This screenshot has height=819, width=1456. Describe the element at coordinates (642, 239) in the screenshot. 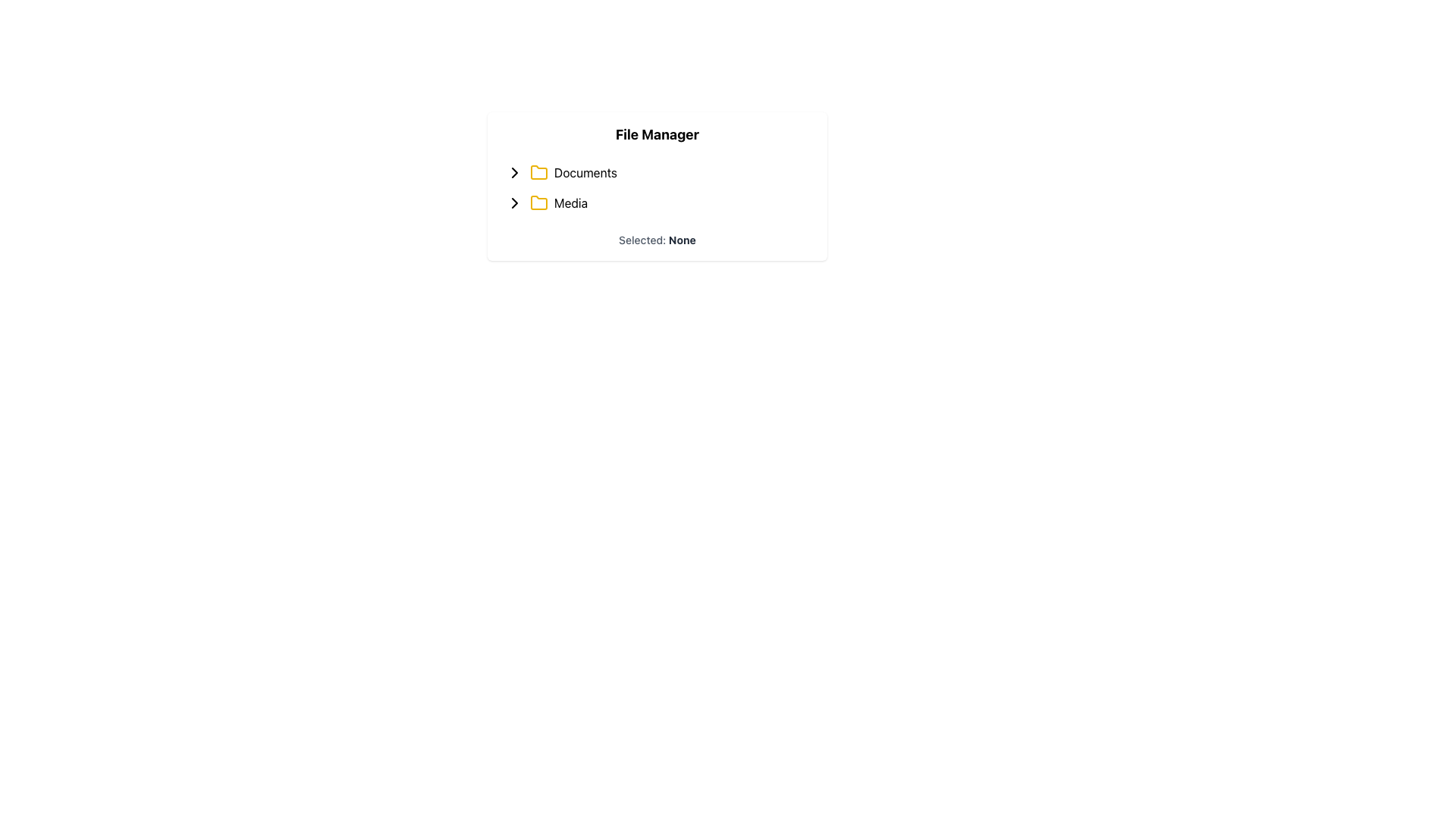

I see `the Text Label that indicates the selected item or state in the interface, located at the lower portion of the white card labeled 'File Manager'` at that location.